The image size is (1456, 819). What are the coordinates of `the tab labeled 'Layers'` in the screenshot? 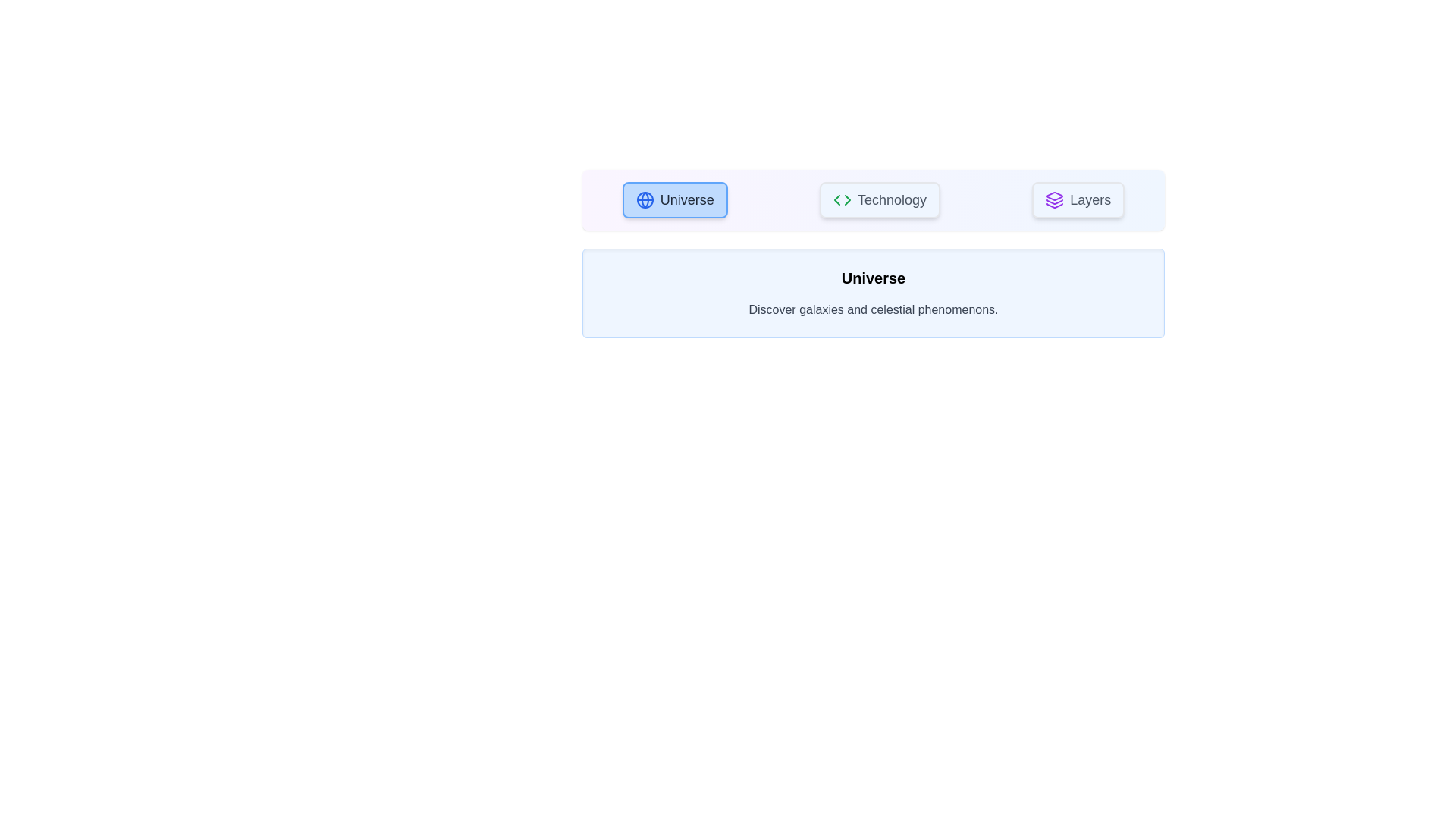 It's located at (1078, 199).